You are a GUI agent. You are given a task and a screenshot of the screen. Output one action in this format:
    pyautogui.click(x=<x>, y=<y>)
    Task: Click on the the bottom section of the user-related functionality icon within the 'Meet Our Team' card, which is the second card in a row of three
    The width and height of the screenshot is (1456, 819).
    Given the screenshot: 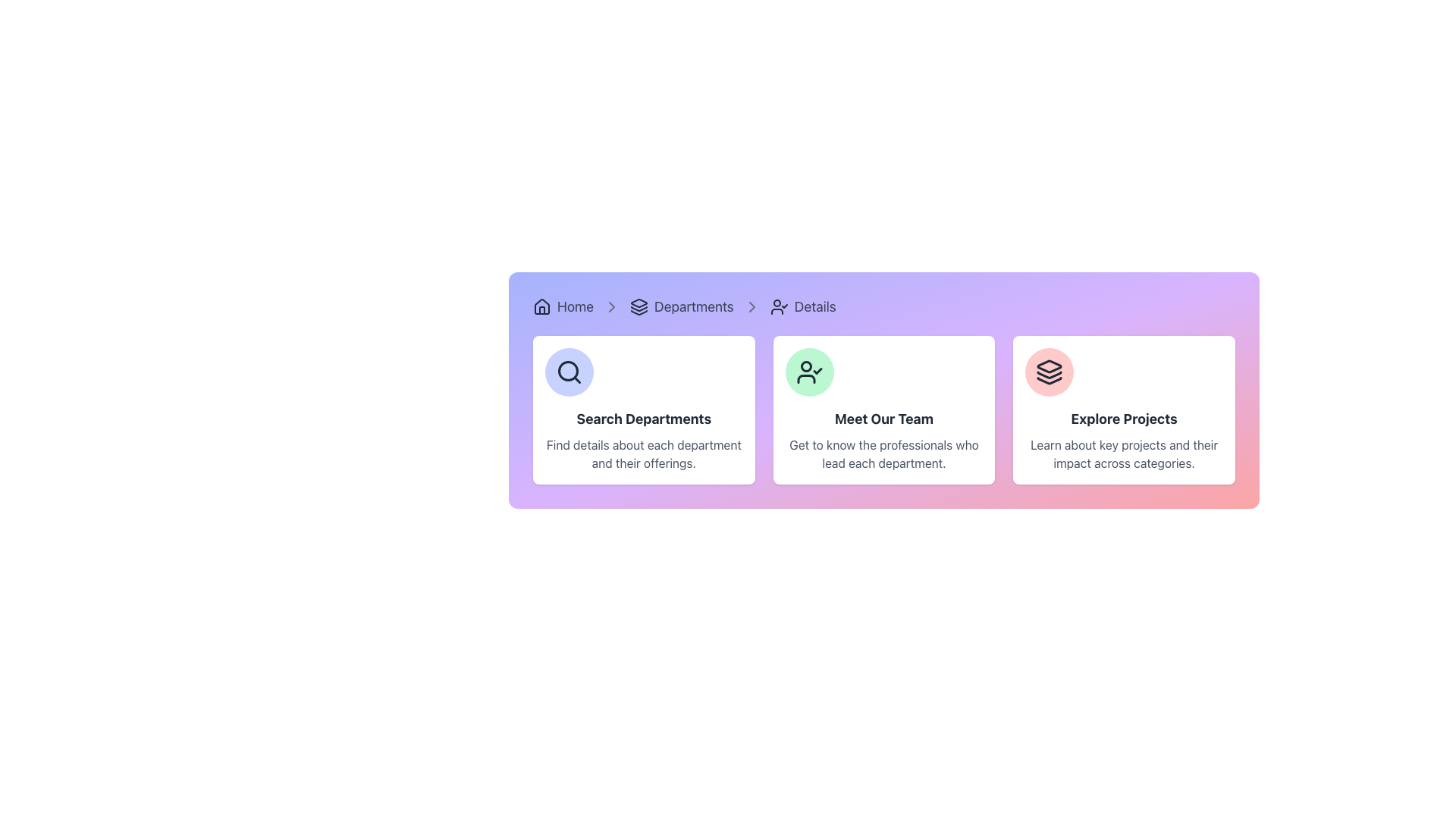 What is the action you would take?
    pyautogui.click(x=805, y=378)
    